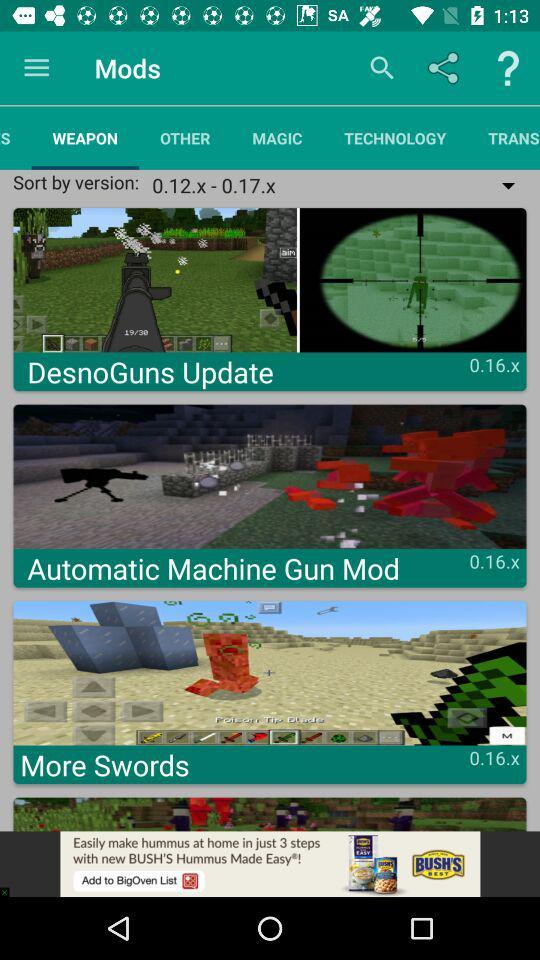 Image resolution: width=540 pixels, height=960 pixels. Describe the element at coordinates (185, 137) in the screenshot. I see `the icon to the left of the magic icon` at that location.